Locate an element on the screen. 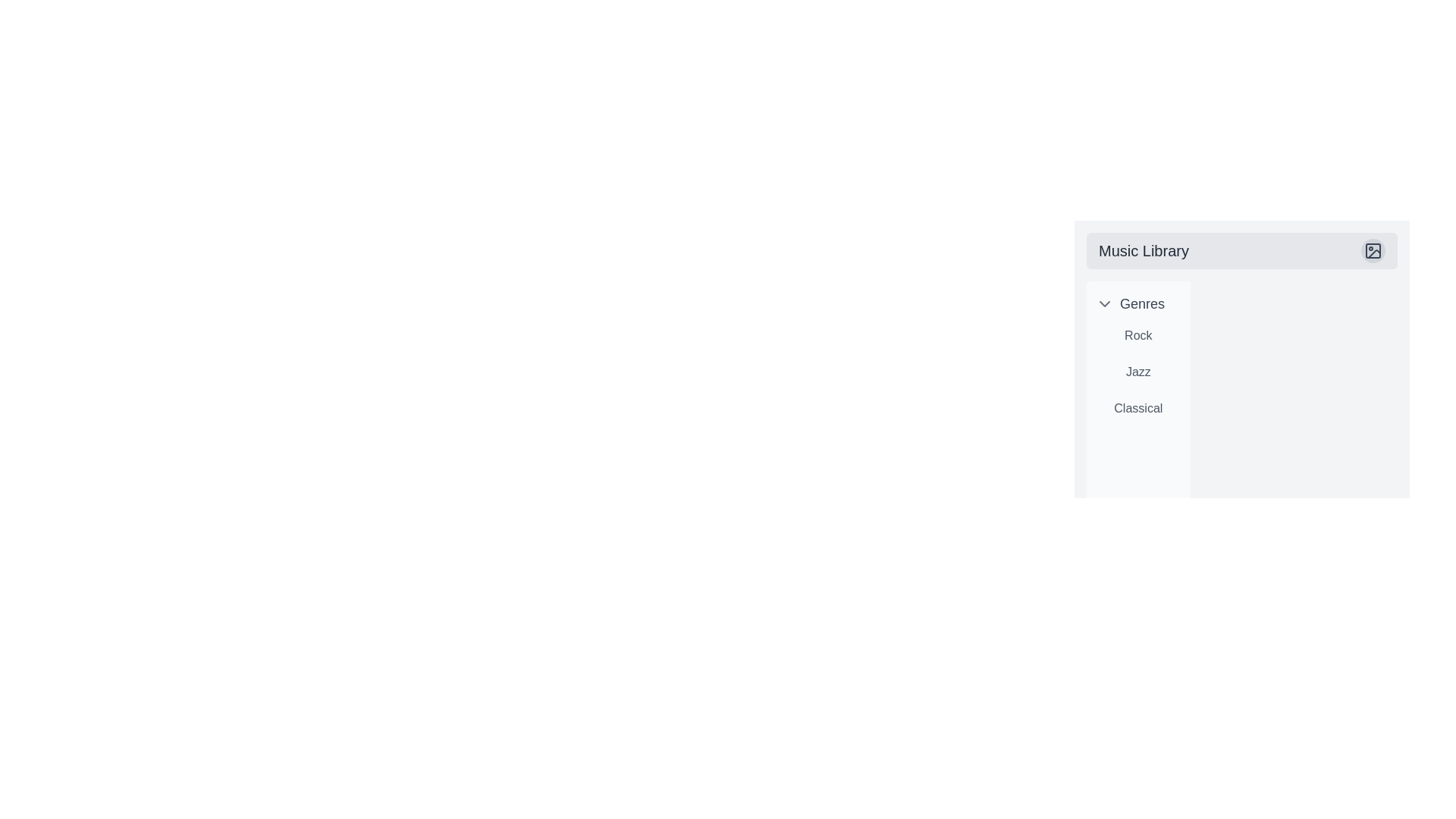  the interactive button used to manage image-related content in the 'Music Library' interface for accessibility is located at coordinates (1373, 250).